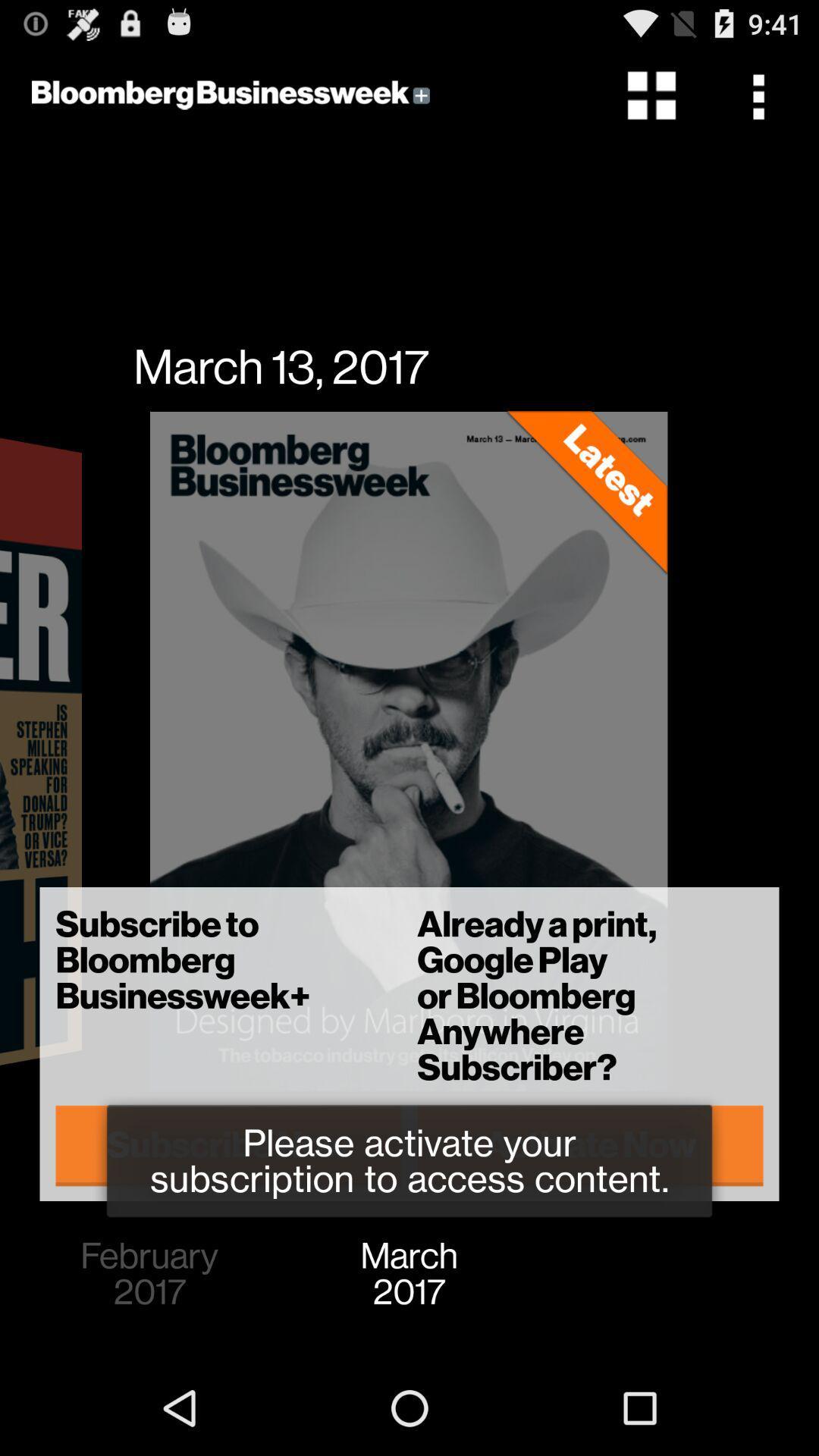 This screenshot has width=819, height=1456. What do you see at coordinates (149, 1274) in the screenshot?
I see `the item next to the march` at bounding box center [149, 1274].